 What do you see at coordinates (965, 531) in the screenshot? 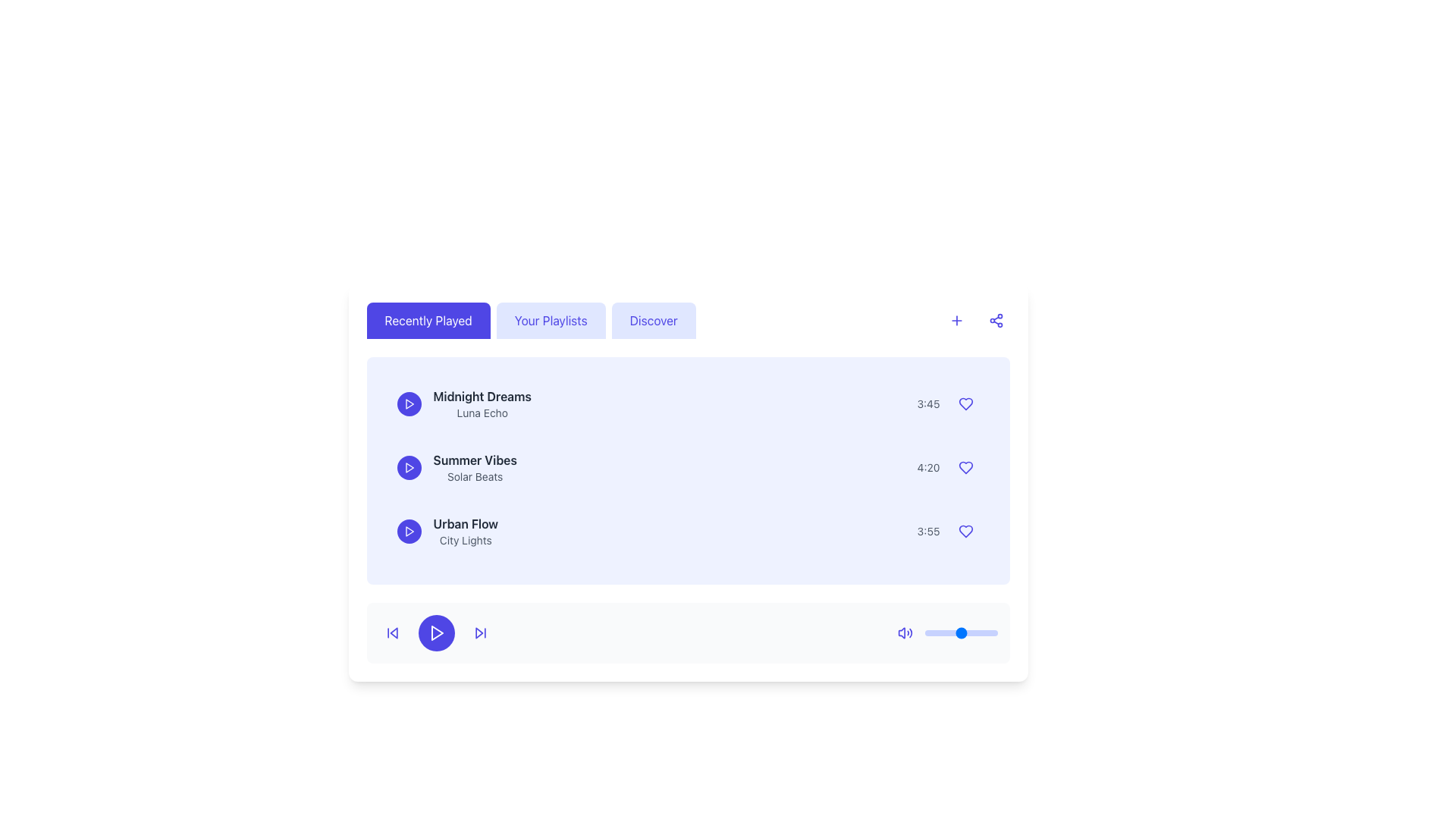
I see `the heart-shaped blue outline icon located in the third row of the playlist interface beside the duration of the song 'Urban Flow'` at bounding box center [965, 531].